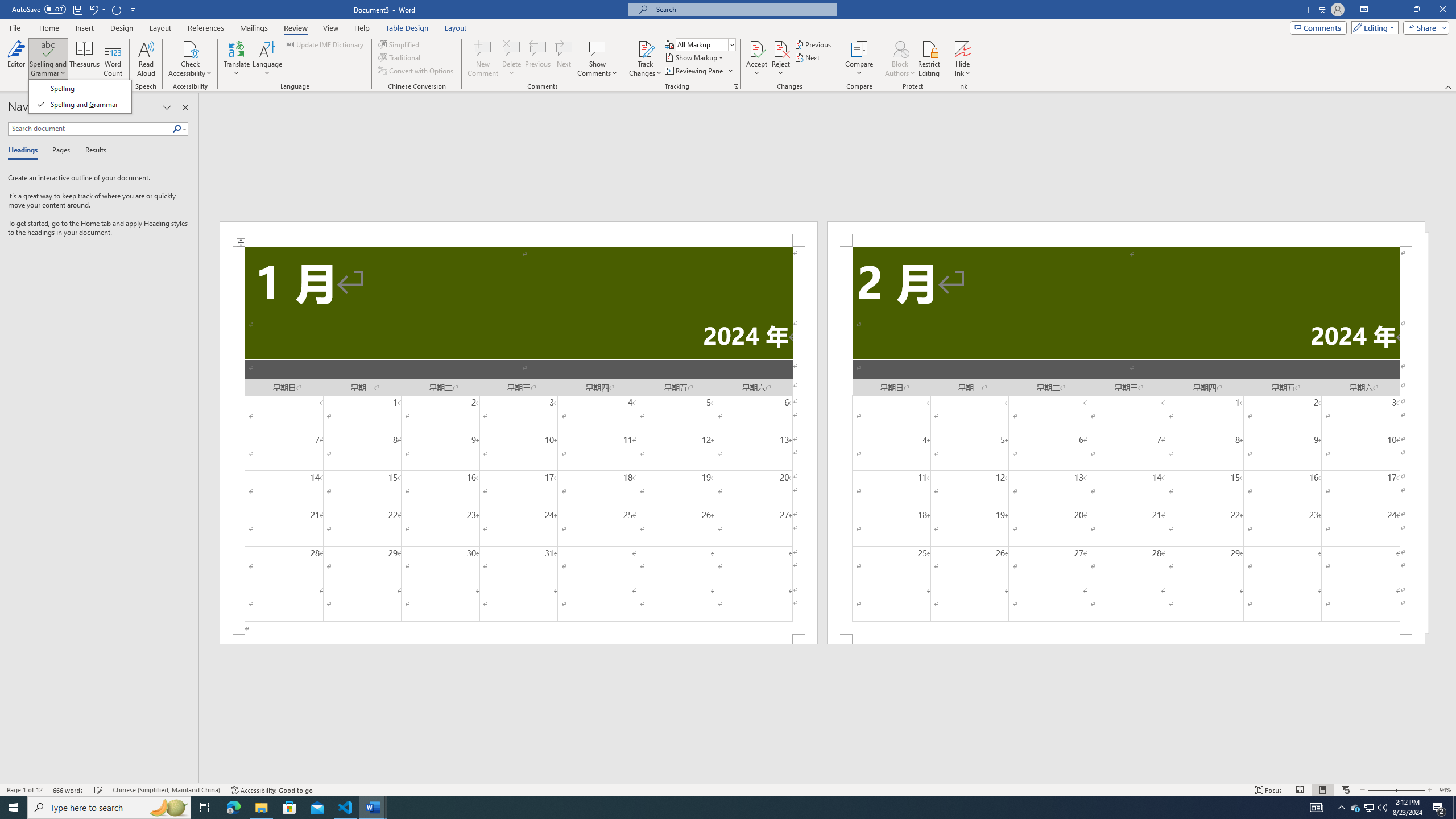 Image resolution: width=1456 pixels, height=819 pixels. Describe the element at coordinates (1126, 233) in the screenshot. I see `'Header -Section 2-'` at that location.